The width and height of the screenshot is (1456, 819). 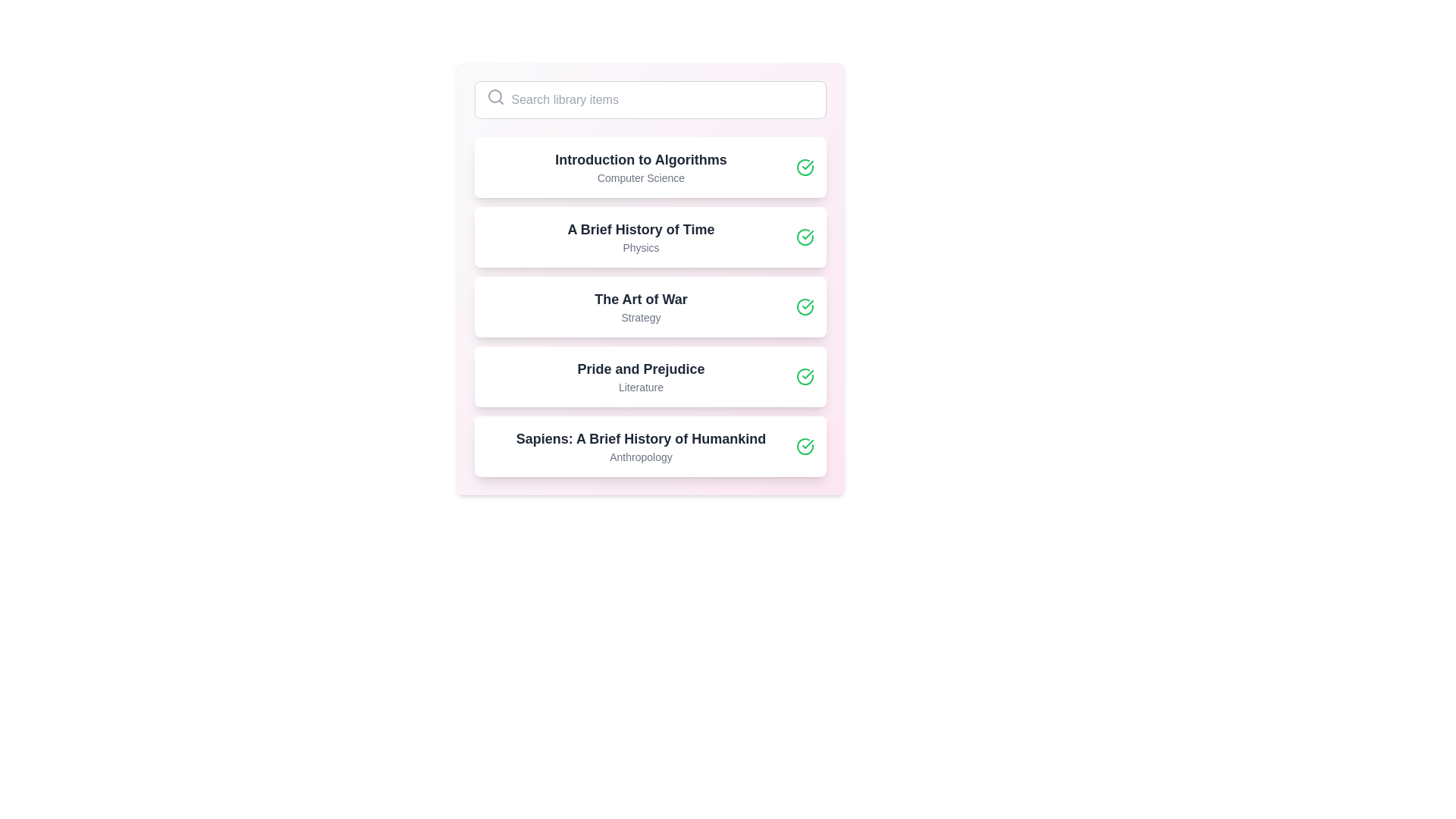 What do you see at coordinates (804, 376) in the screenshot?
I see `the green circular icon with a check mark indicating completion, located in the top-right corner of the 'Pride and Prejudice' card` at bounding box center [804, 376].